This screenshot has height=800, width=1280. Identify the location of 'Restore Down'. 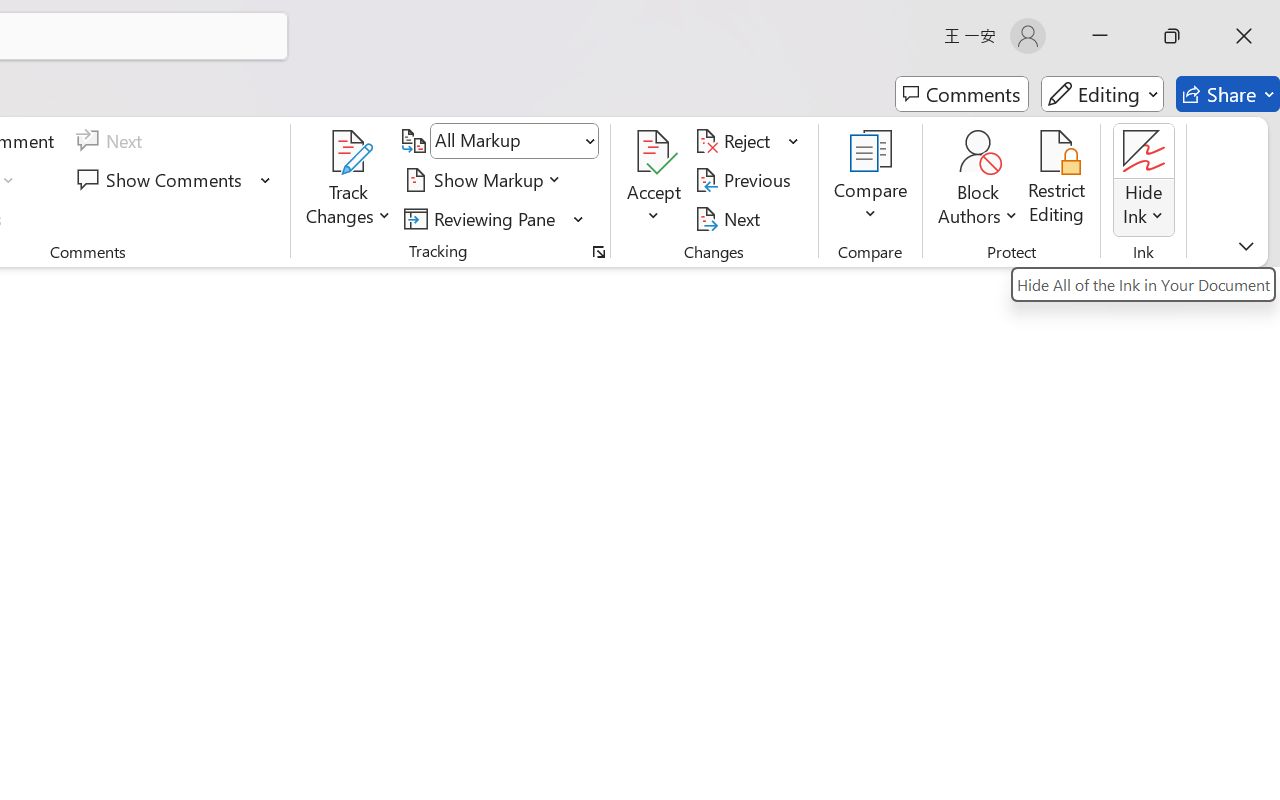
(1172, 35).